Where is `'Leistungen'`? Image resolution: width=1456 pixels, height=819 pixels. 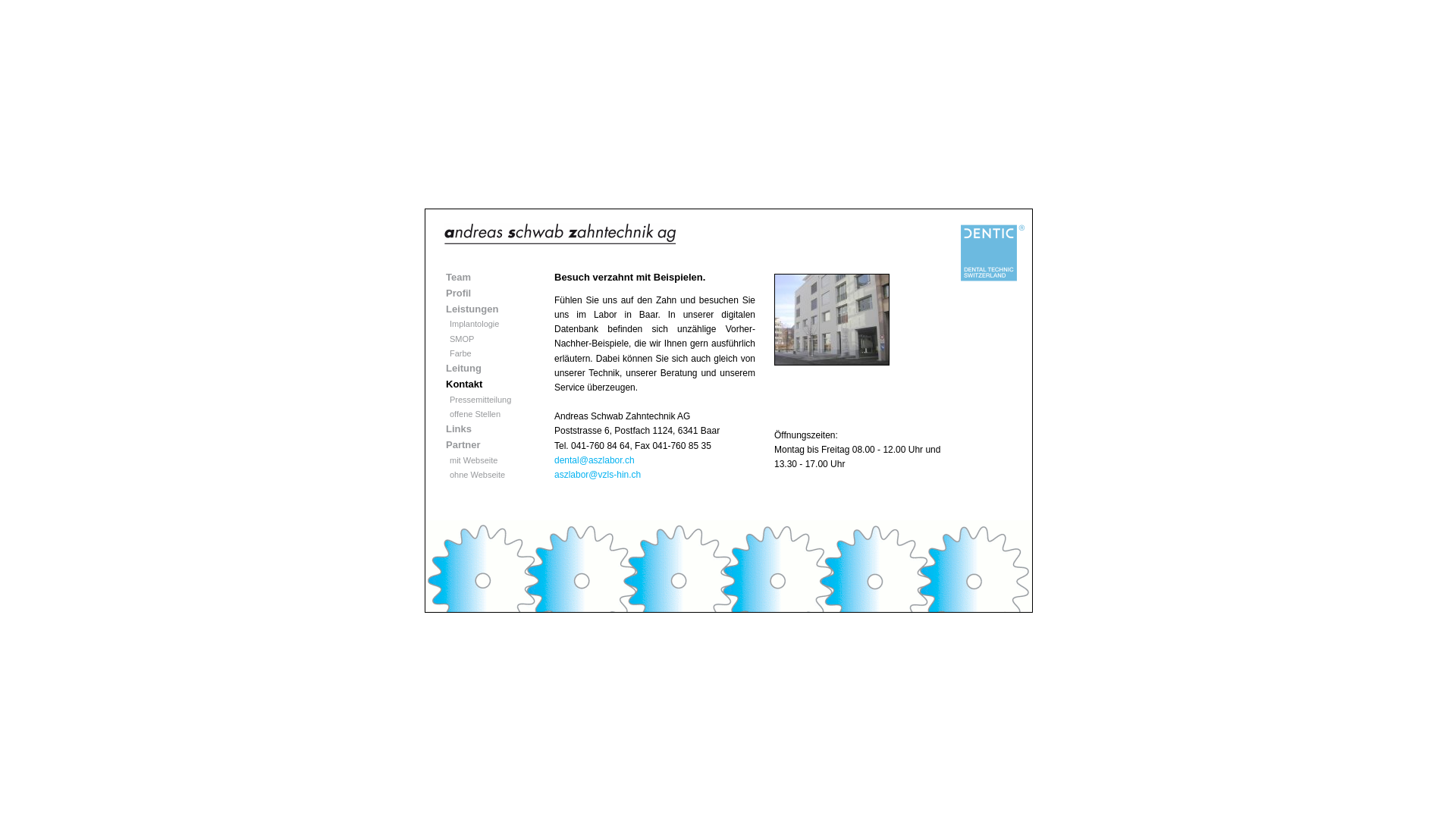
'Leistungen' is located at coordinates (471, 308).